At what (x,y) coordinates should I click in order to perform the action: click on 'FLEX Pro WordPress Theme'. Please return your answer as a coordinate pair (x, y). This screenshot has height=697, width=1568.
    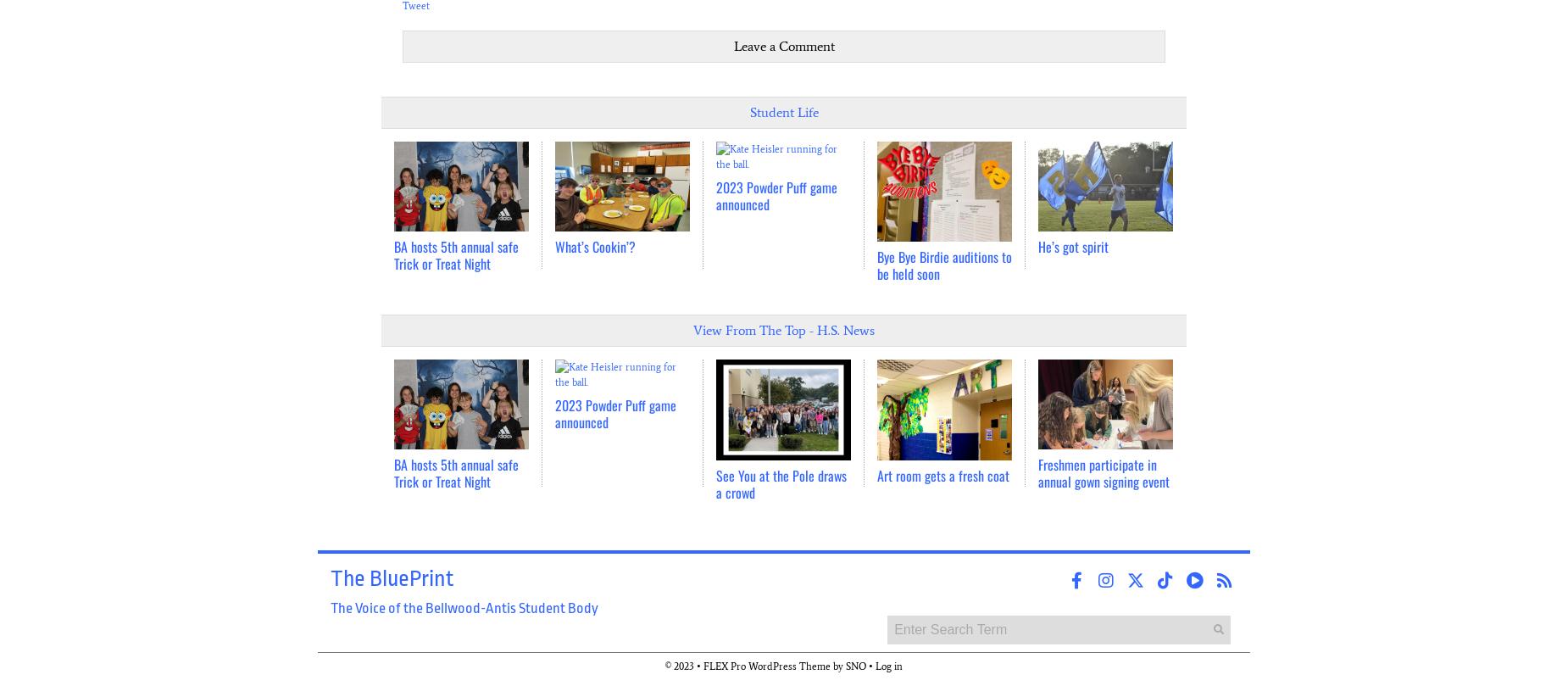
    Looking at the image, I should click on (767, 666).